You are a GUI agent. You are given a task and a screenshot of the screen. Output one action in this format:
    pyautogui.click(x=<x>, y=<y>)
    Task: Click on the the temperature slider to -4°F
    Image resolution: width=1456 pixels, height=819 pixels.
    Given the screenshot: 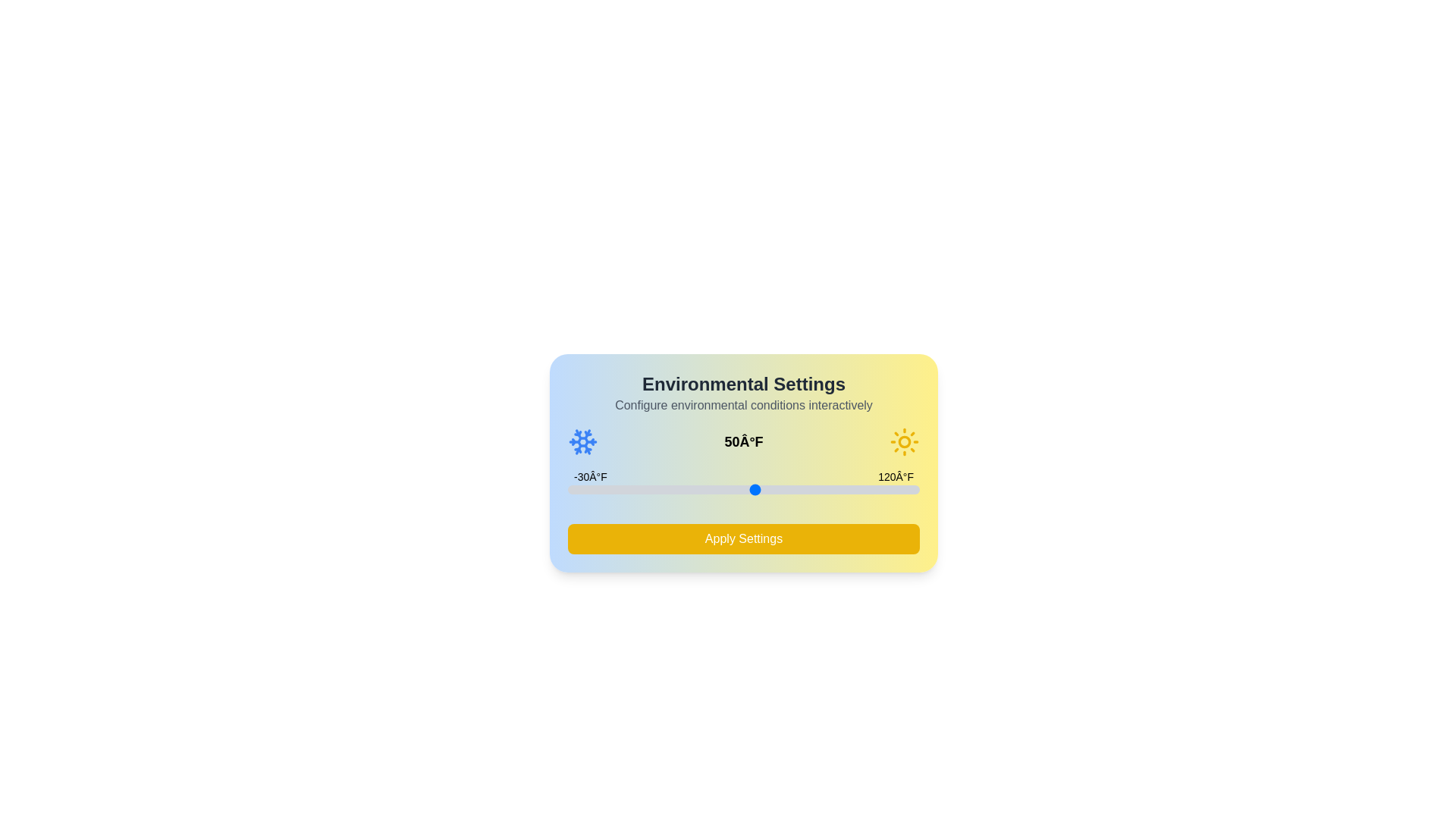 What is the action you would take?
    pyautogui.click(x=629, y=489)
    